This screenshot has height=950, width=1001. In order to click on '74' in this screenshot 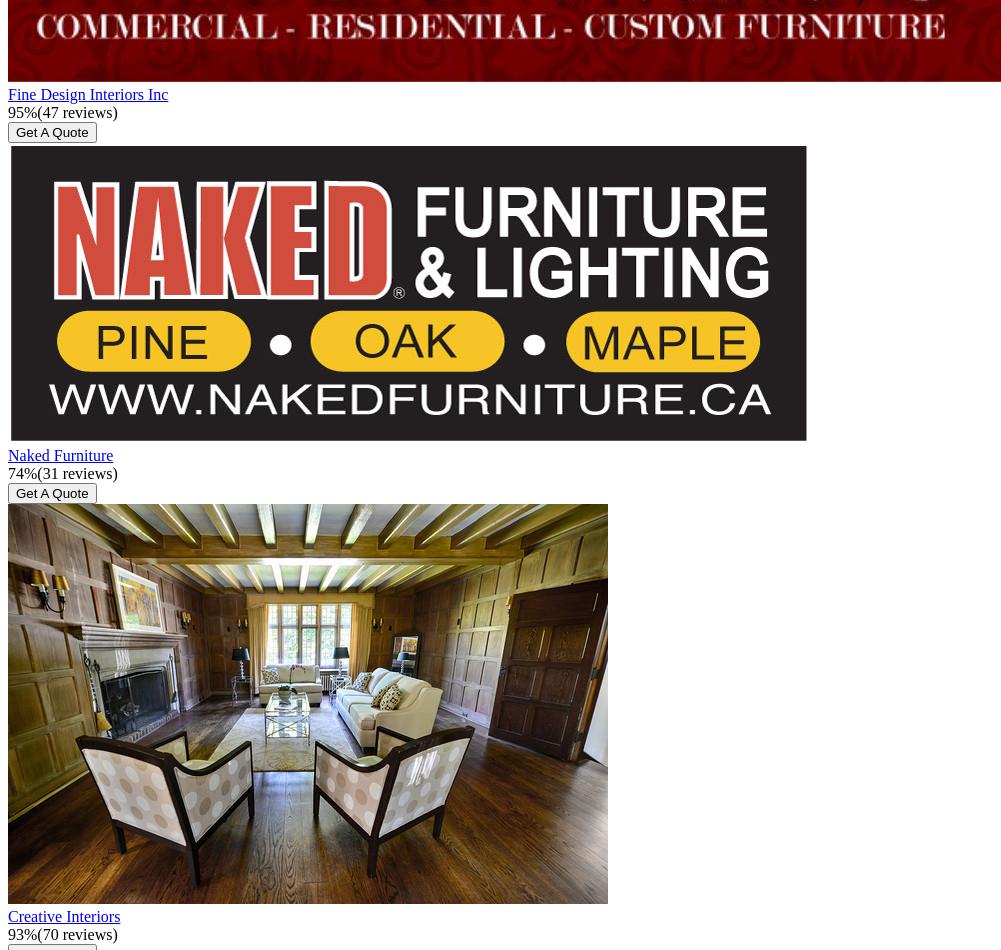, I will do `click(8, 471)`.